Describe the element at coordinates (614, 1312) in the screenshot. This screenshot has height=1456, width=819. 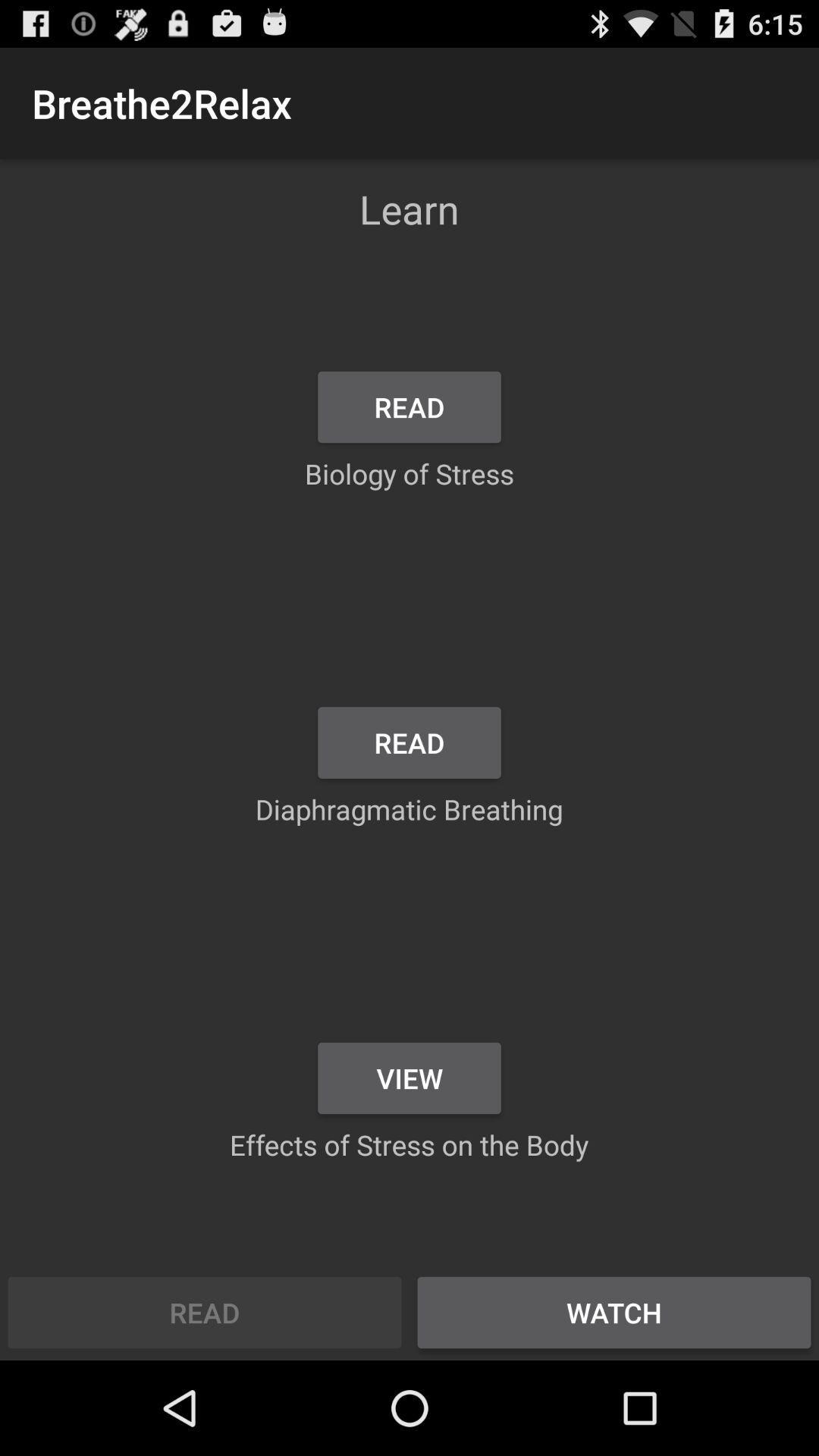
I see `the item next to the read` at that location.